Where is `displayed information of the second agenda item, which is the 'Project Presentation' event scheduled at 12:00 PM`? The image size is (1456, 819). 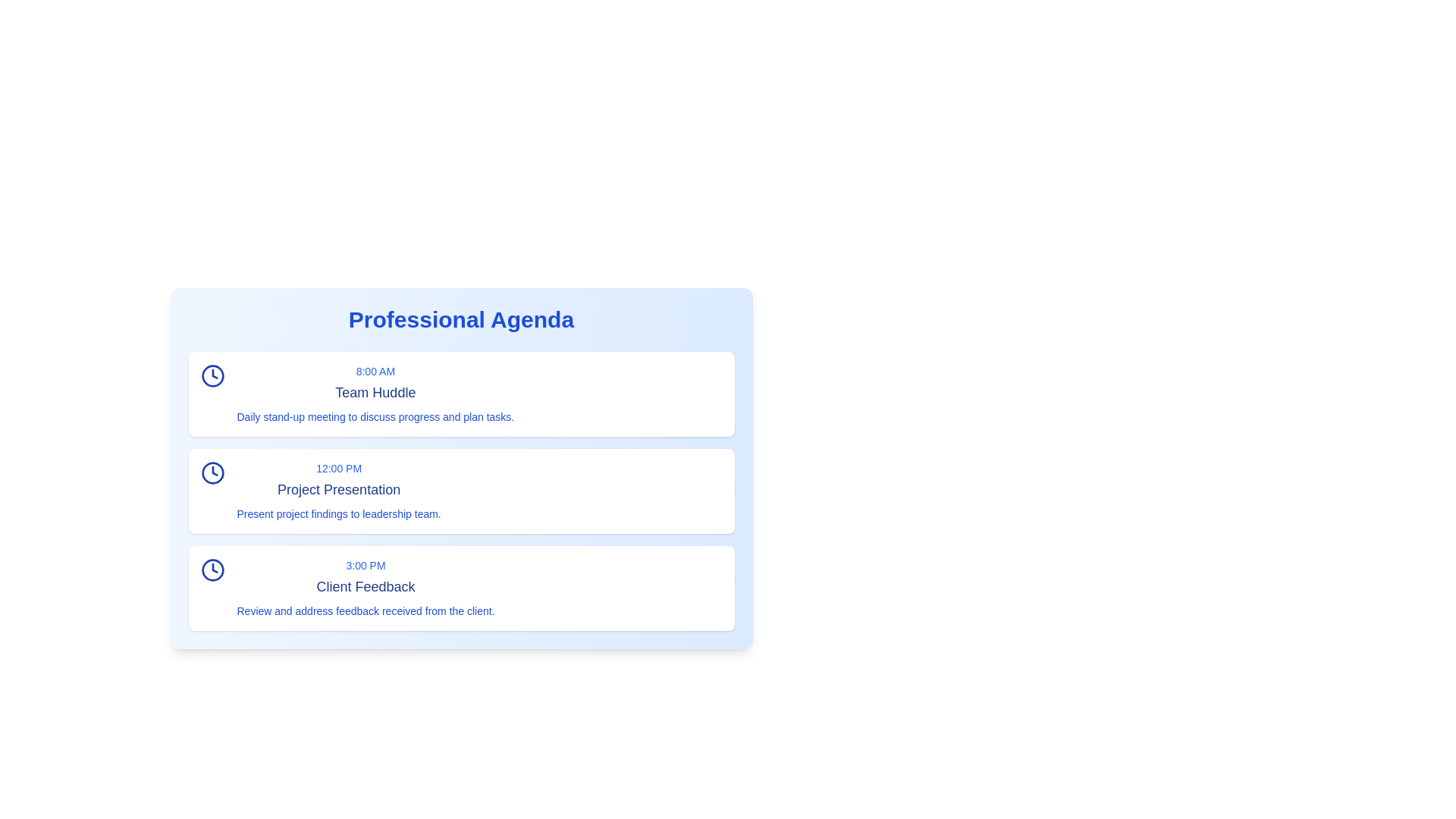
displayed information of the second agenda item, which is the 'Project Presentation' event scheduled at 12:00 PM is located at coordinates (460, 472).